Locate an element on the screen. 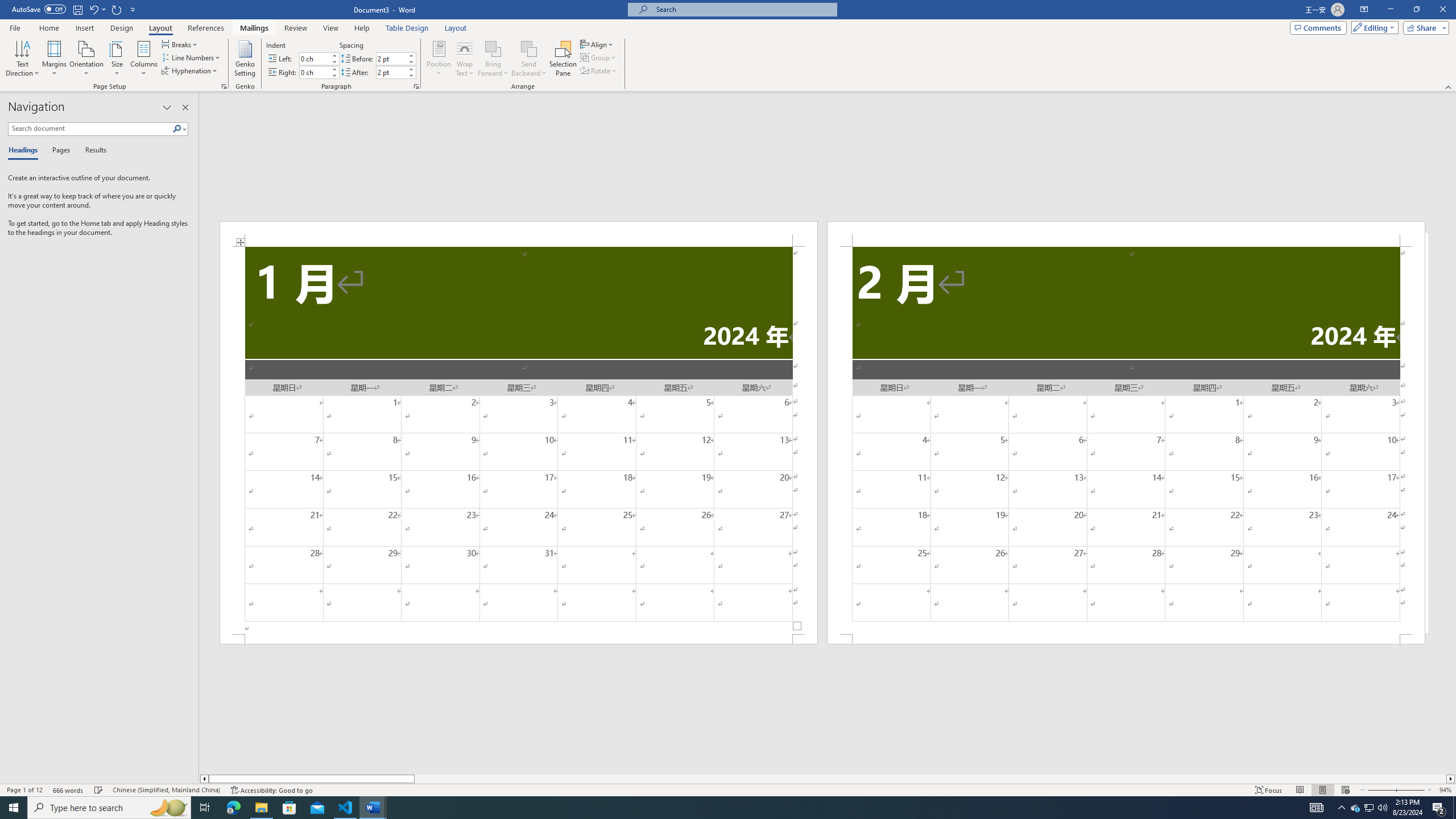 The width and height of the screenshot is (1456, 819). 'Header -Section 2-' is located at coordinates (1126, 233).